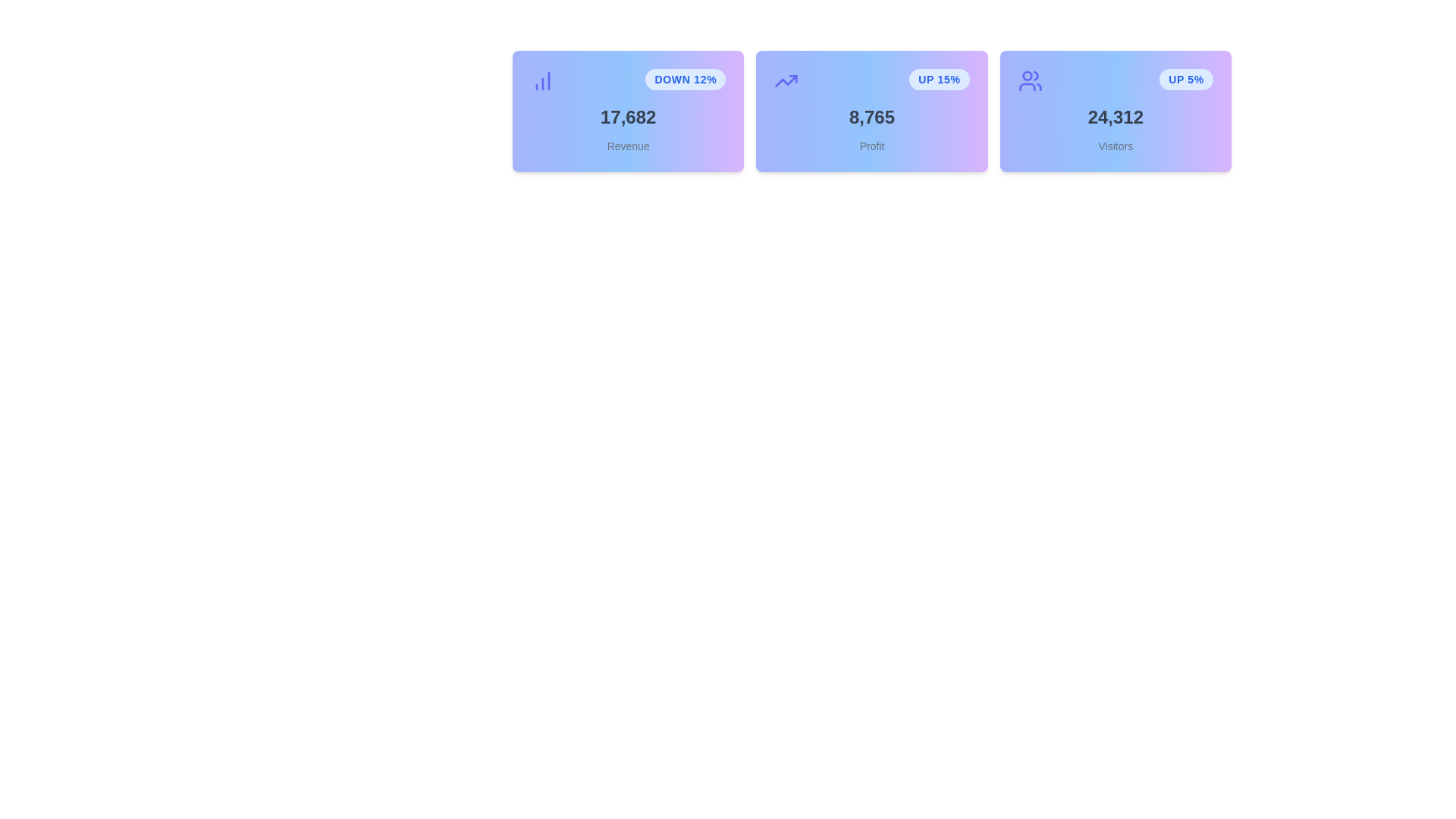  What do you see at coordinates (872, 110) in the screenshot?
I see `the Informational Card displaying a 15% increase in profit data, centrally placed in the grid between two other cards` at bounding box center [872, 110].